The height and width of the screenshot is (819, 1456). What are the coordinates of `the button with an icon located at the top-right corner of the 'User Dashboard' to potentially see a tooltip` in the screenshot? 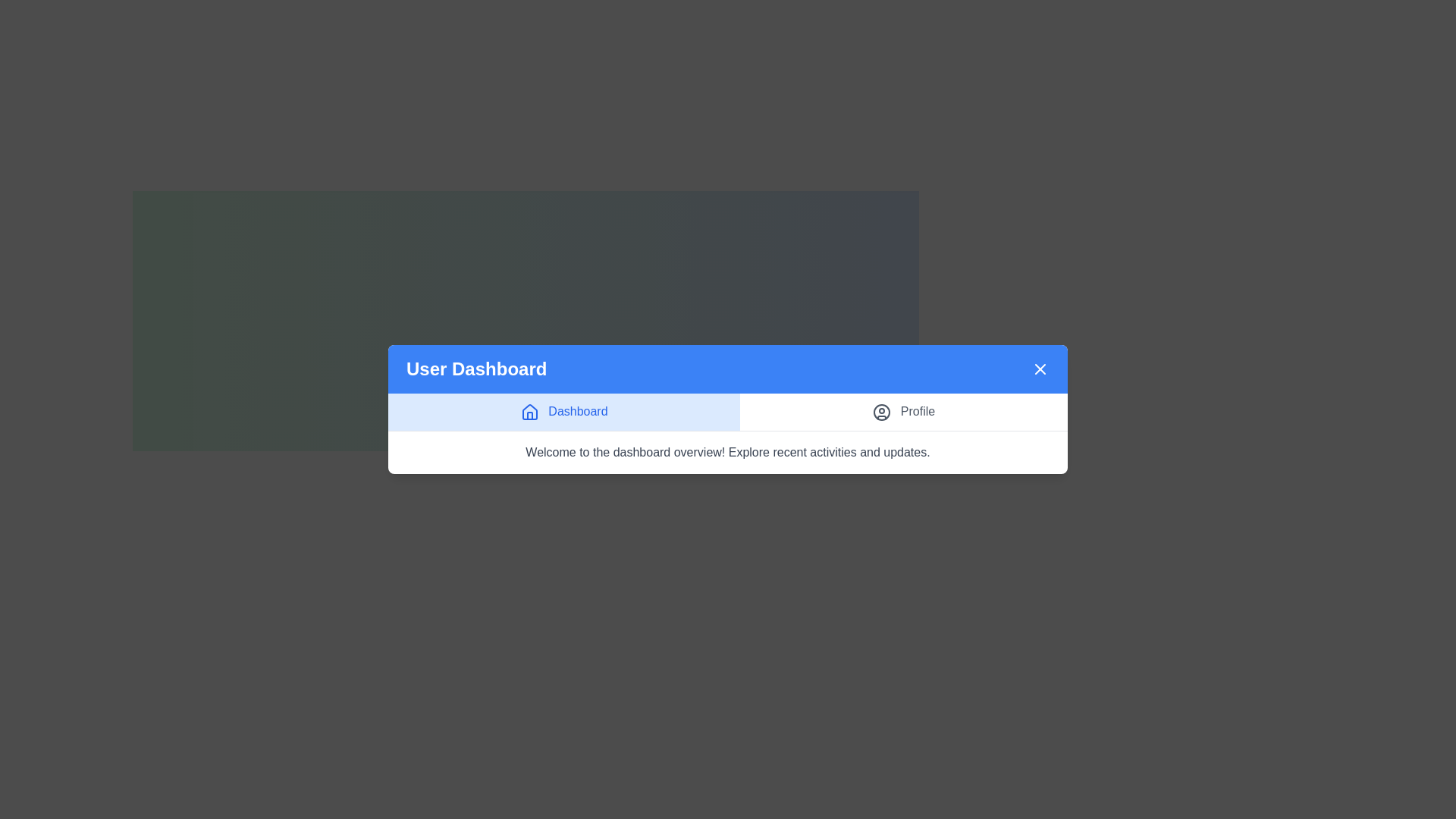 It's located at (1040, 369).